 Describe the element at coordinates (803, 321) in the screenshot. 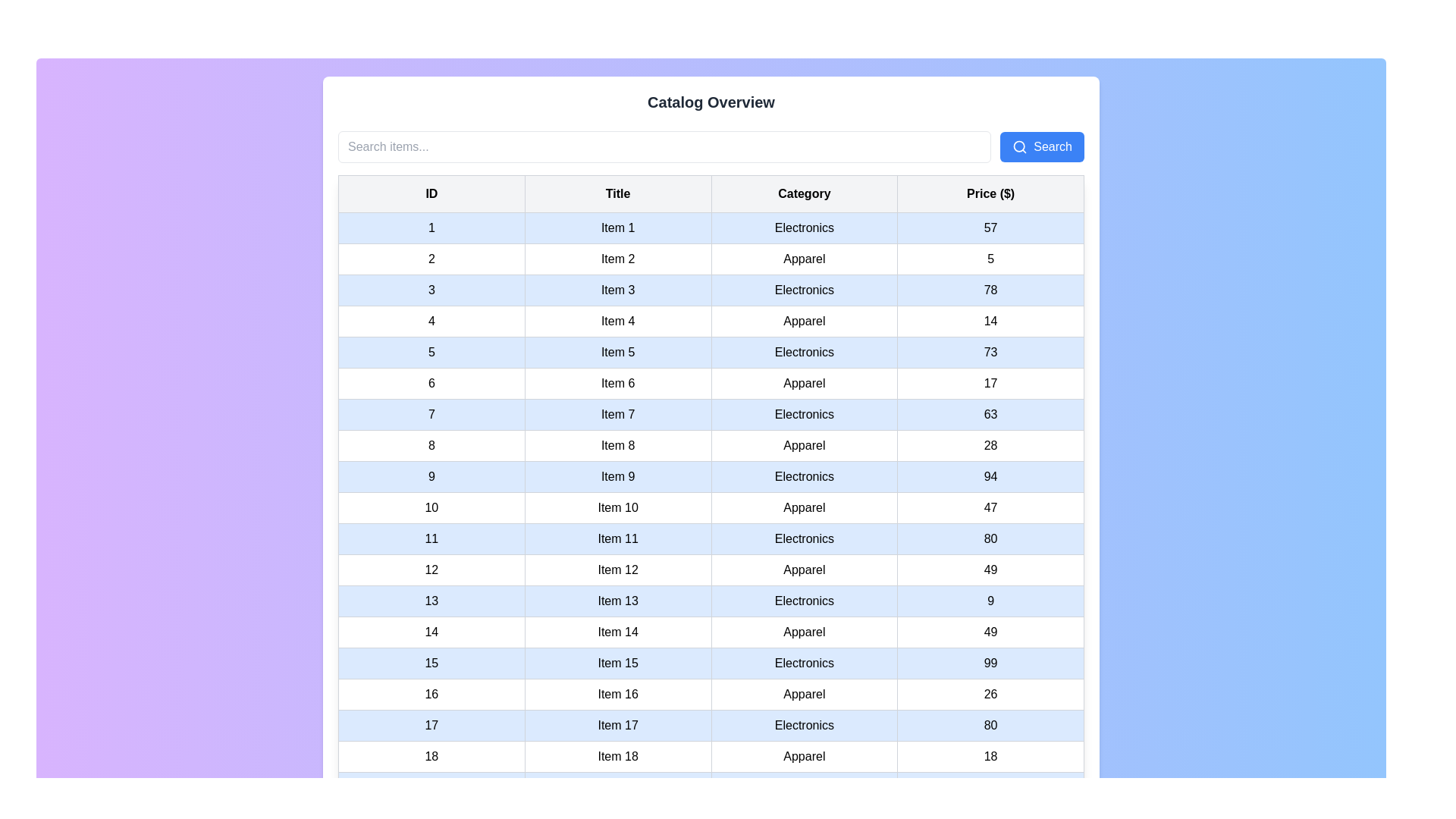

I see `the text field displaying the word 'Apparel' located in the 'Category' column, third from the left, fourth row in the table` at that location.